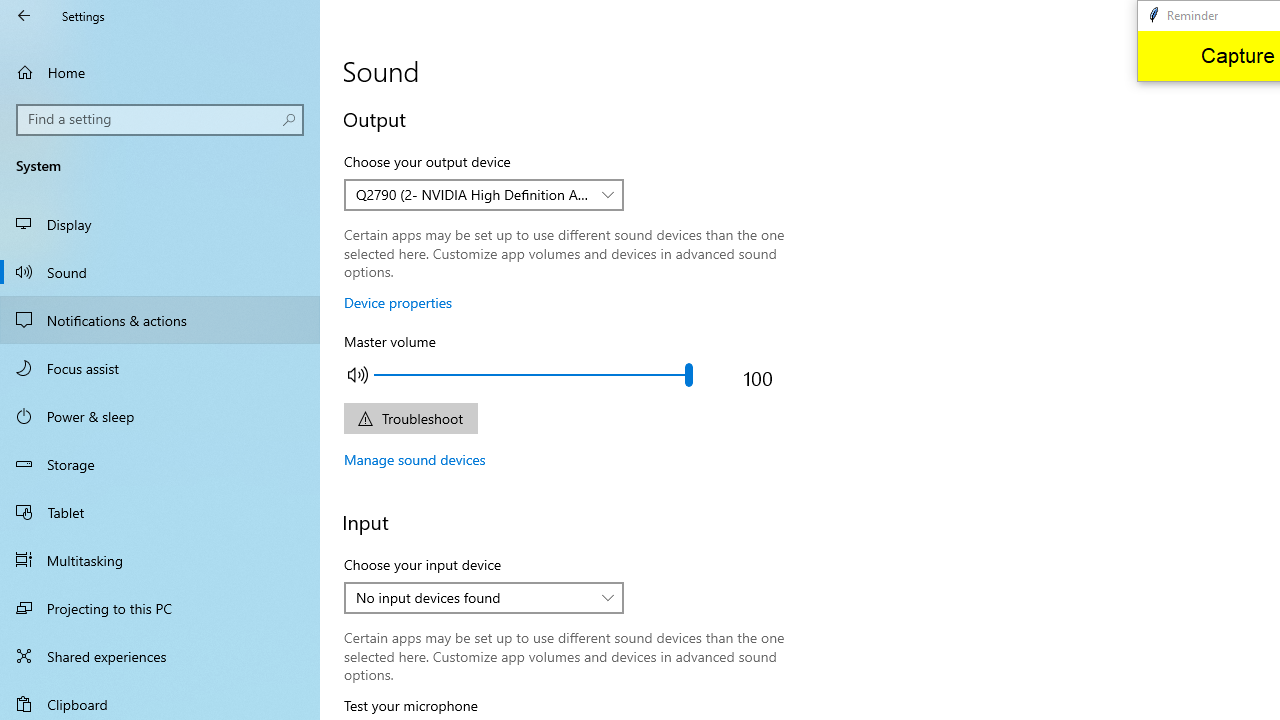 The image size is (1280, 720). What do you see at coordinates (160, 464) in the screenshot?
I see `'Storage'` at bounding box center [160, 464].